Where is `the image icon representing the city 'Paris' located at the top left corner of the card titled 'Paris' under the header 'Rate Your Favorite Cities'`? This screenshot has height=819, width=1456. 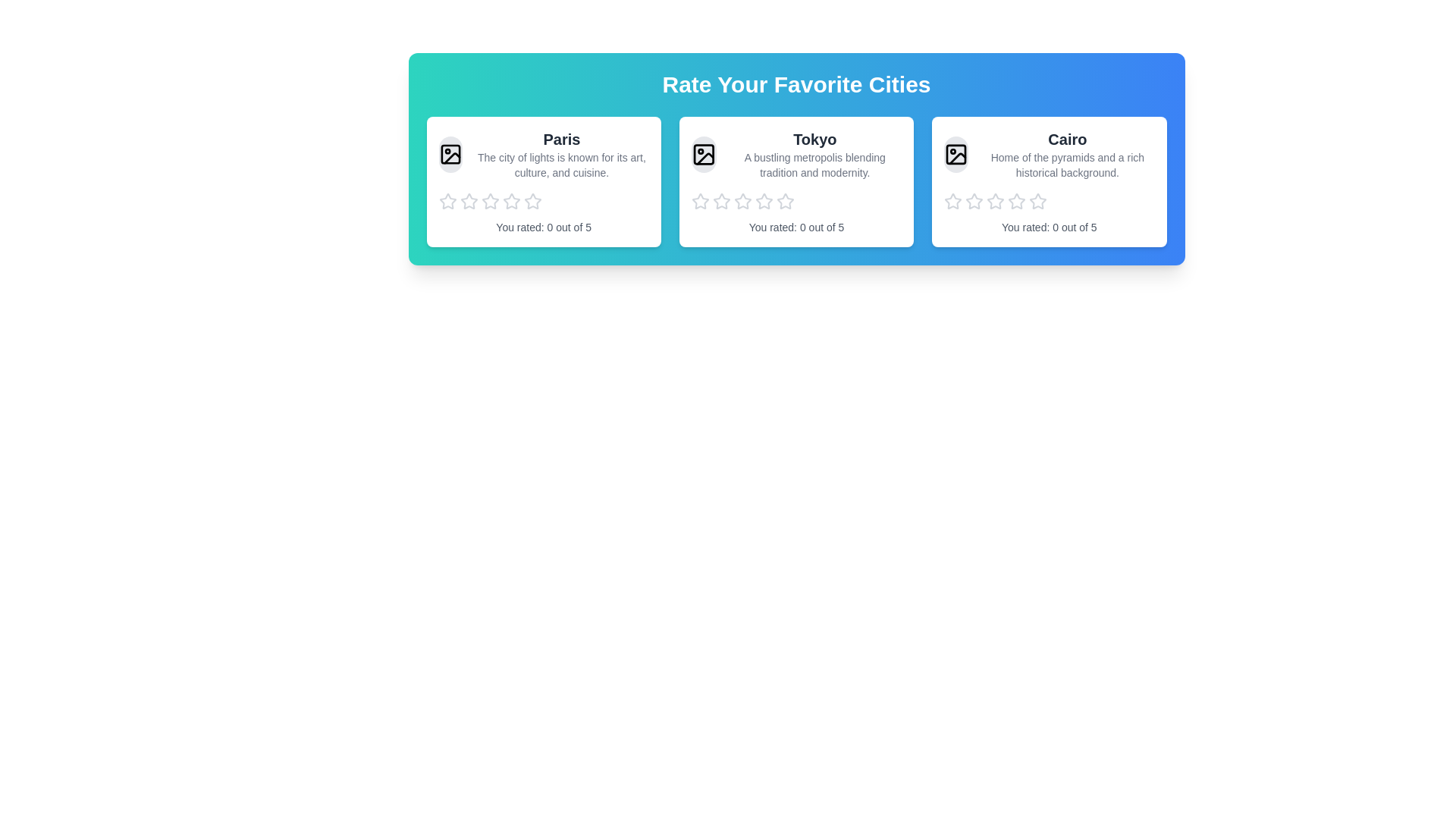 the image icon representing the city 'Paris' located at the top left corner of the card titled 'Paris' under the header 'Rate Your Favorite Cities' is located at coordinates (450, 155).